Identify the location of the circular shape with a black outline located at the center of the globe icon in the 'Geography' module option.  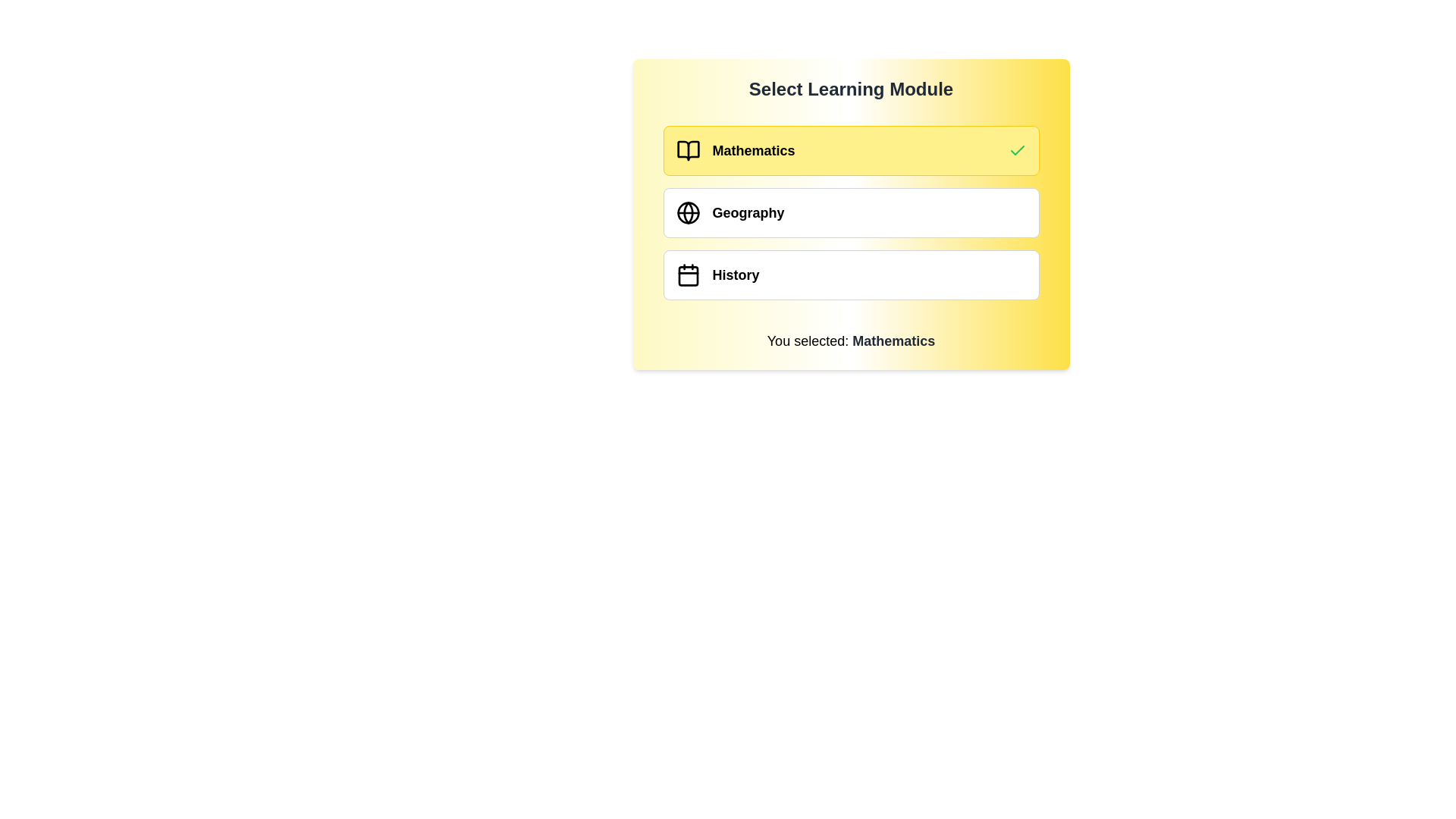
(687, 213).